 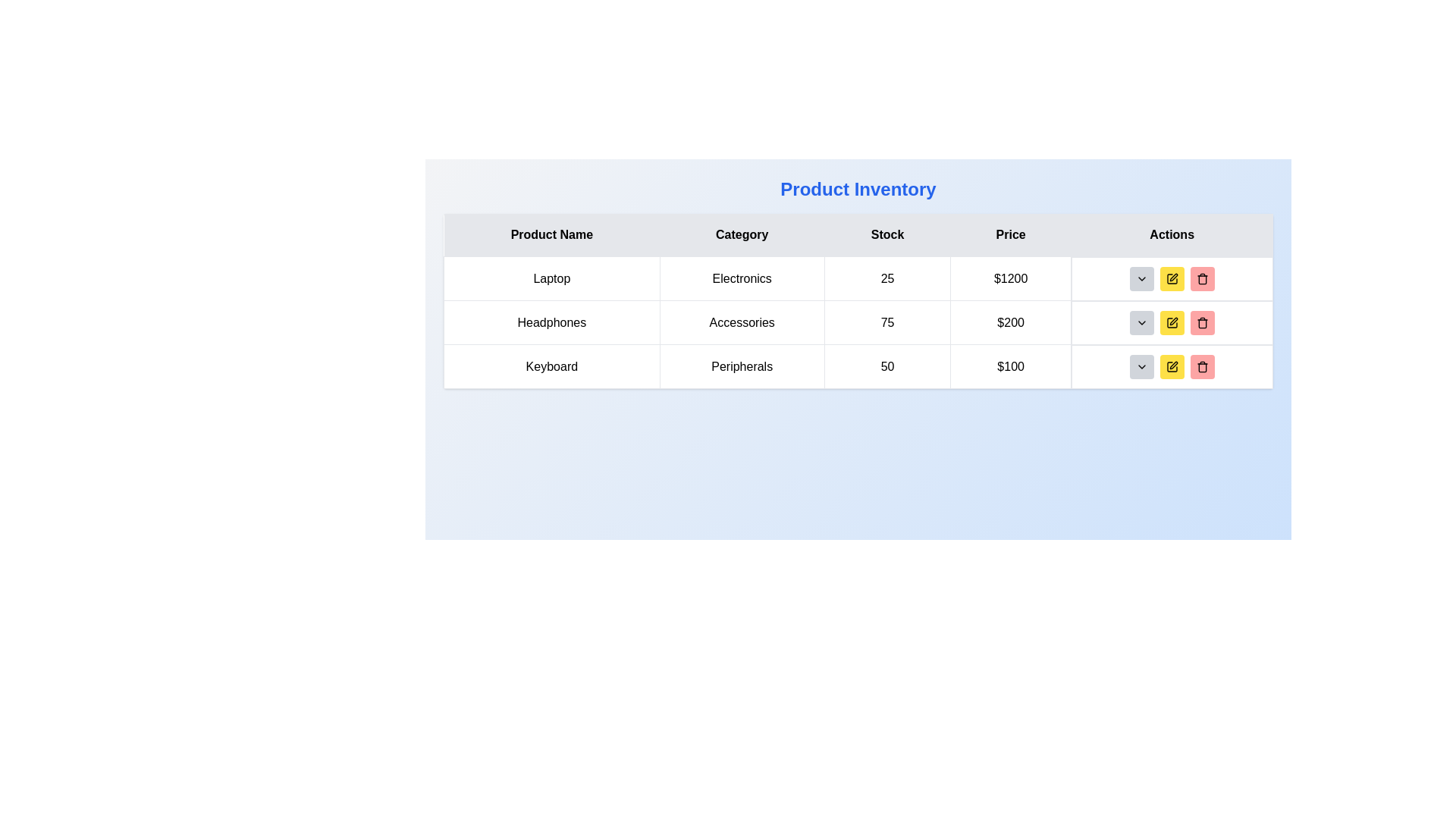 I want to click on the 'Product Name' text label in the header row of the table, which is the first item and has a light gray background, so click(x=551, y=235).